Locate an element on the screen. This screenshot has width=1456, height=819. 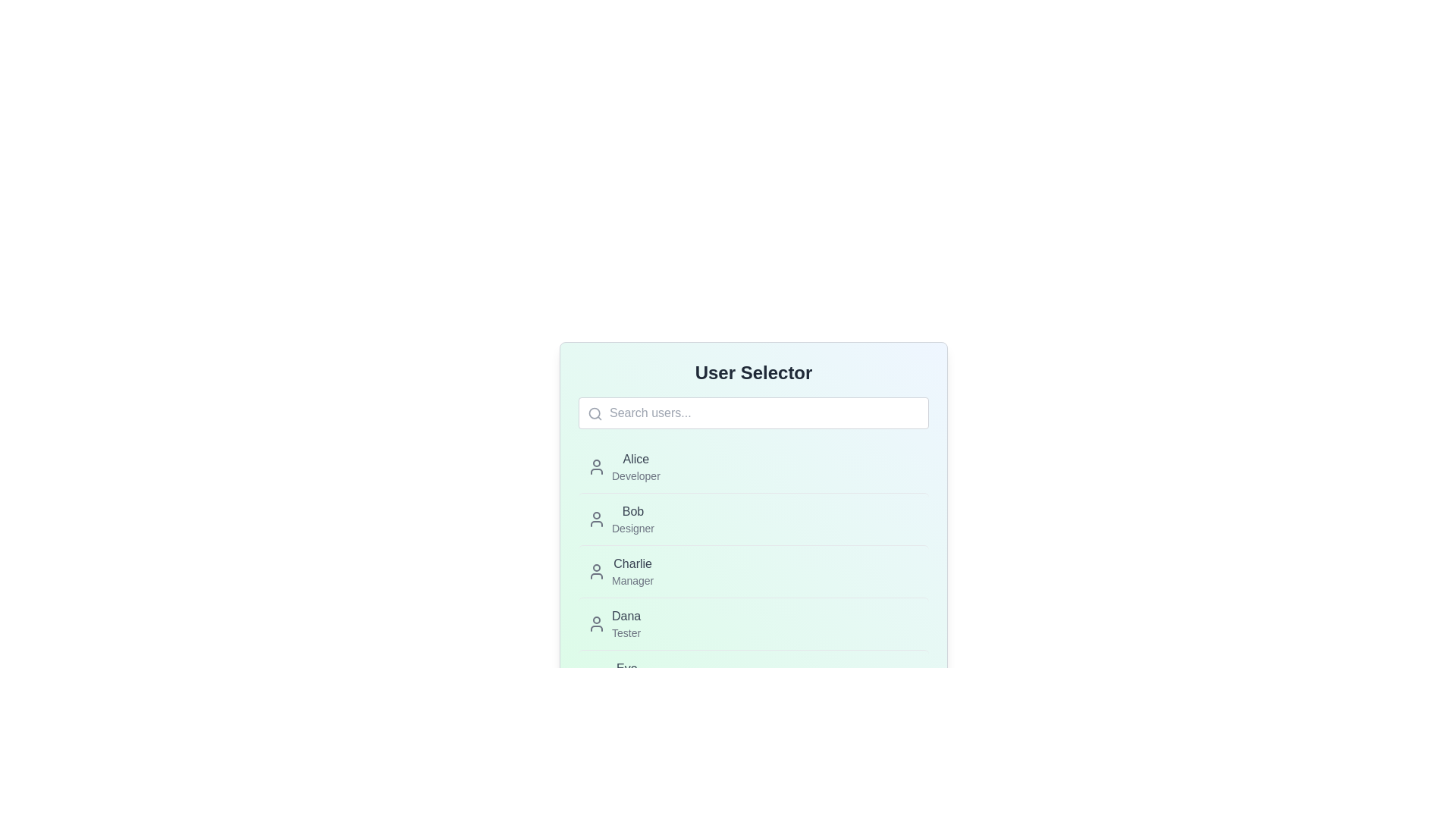
the user entry for 'Alice', the first user listing with a profile icon and details is located at coordinates (623, 466).